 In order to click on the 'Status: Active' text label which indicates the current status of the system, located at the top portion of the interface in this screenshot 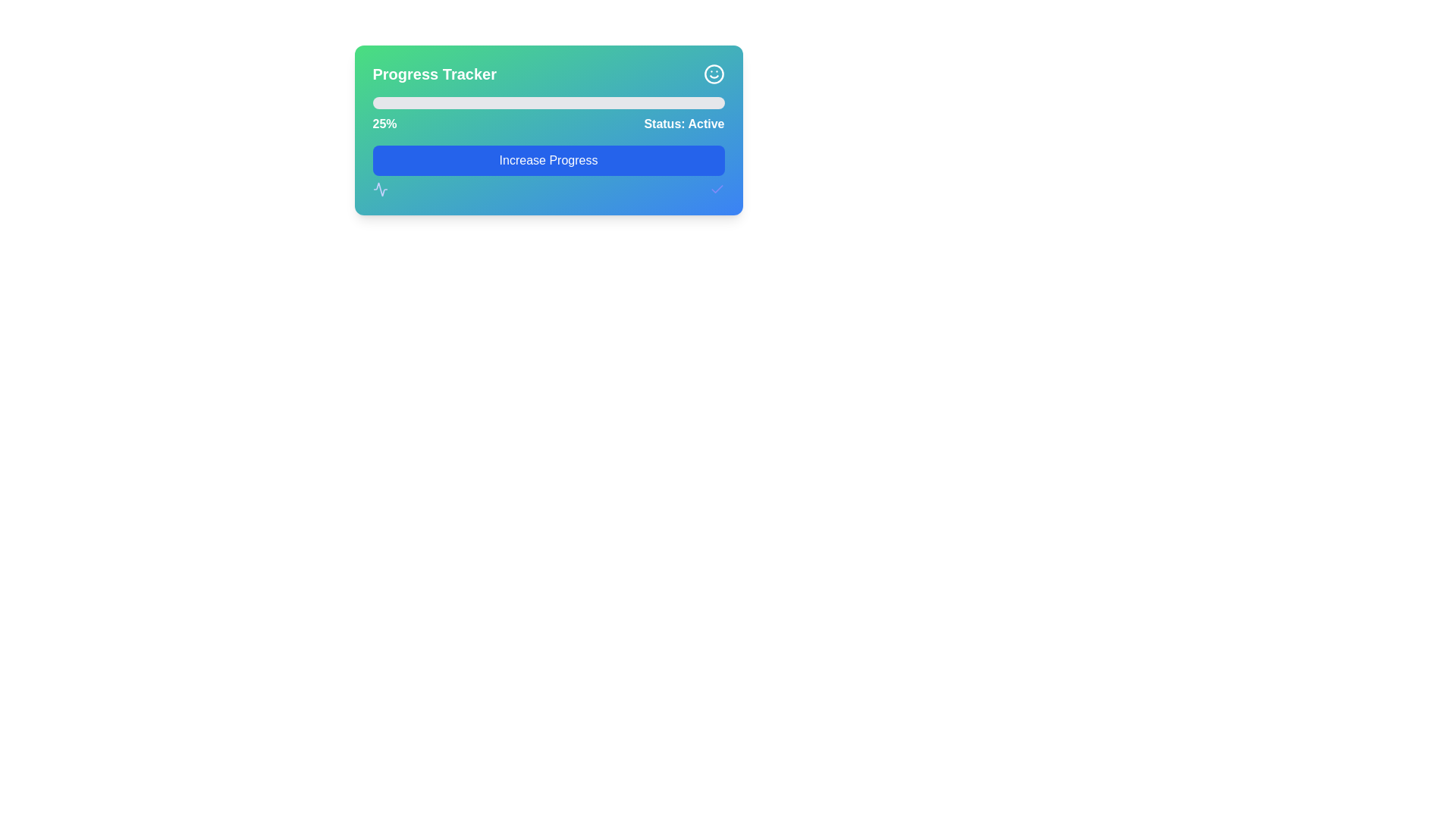, I will do `click(683, 124)`.